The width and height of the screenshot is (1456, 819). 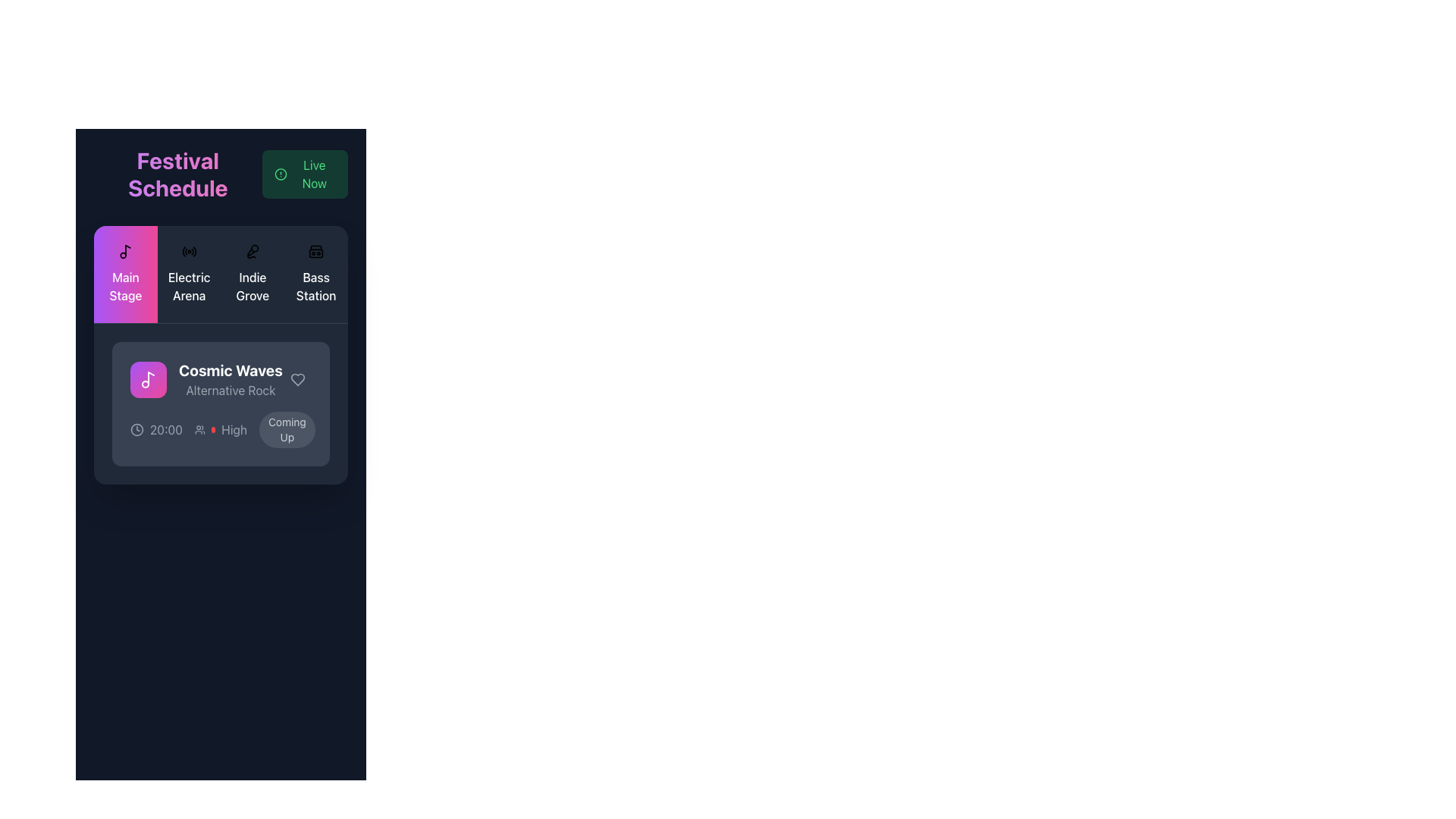 I want to click on the microphone icon located in the grid-like menu under the label 'Indie Grove', so click(x=253, y=250).